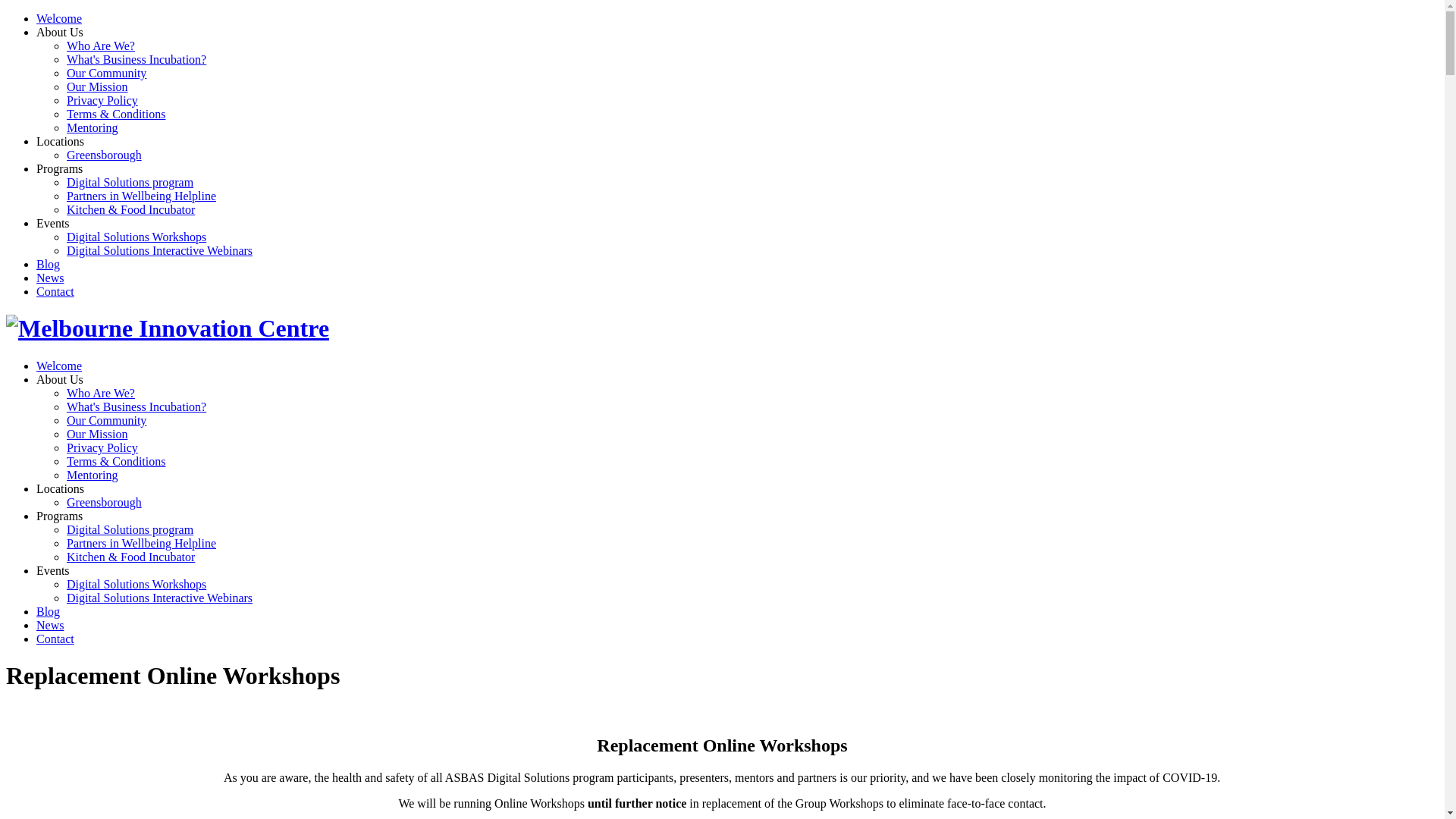  I want to click on 'Our Community', so click(105, 73).